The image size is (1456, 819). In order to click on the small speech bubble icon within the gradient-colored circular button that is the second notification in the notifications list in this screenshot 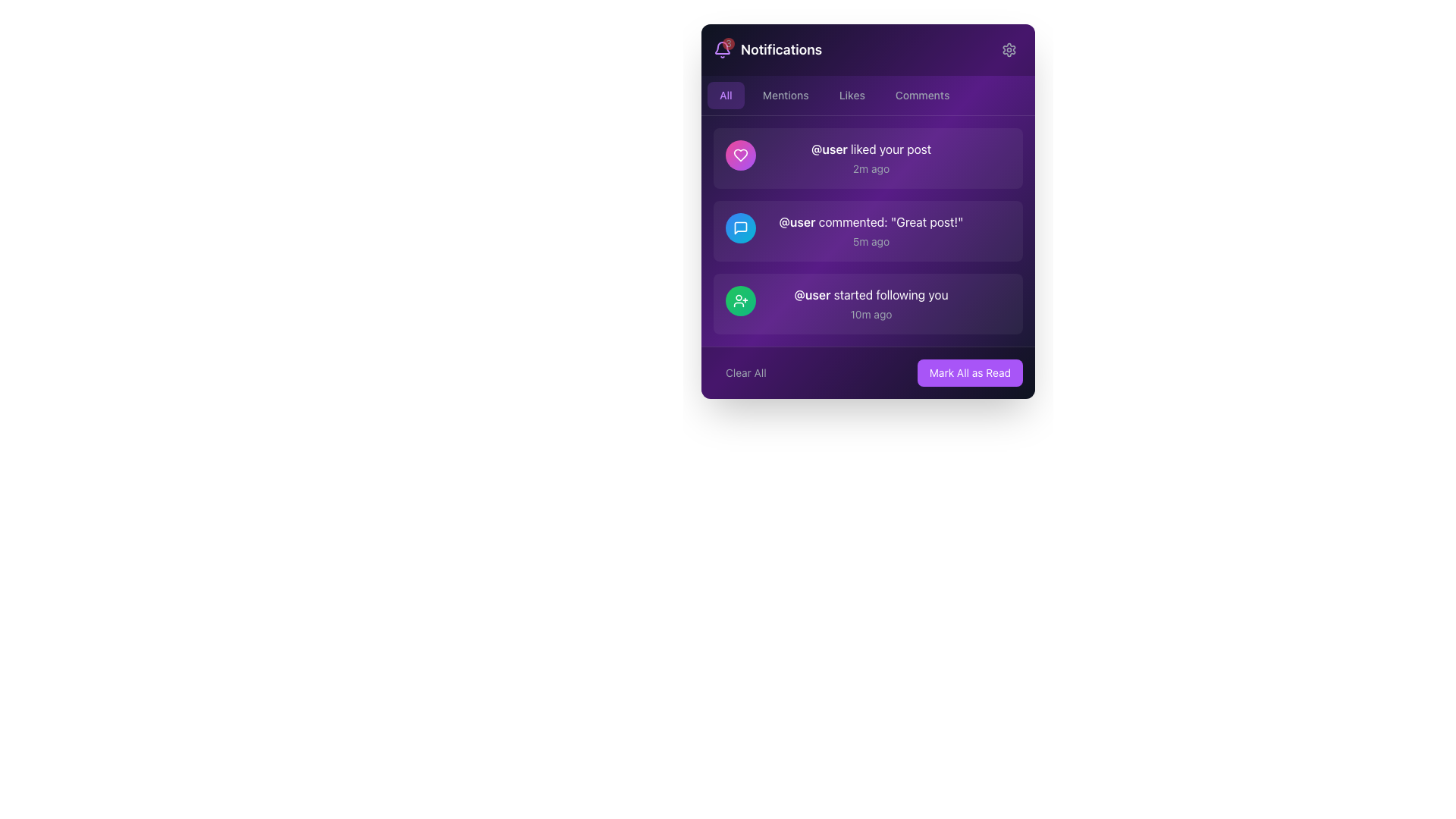, I will do `click(741, 227)`.